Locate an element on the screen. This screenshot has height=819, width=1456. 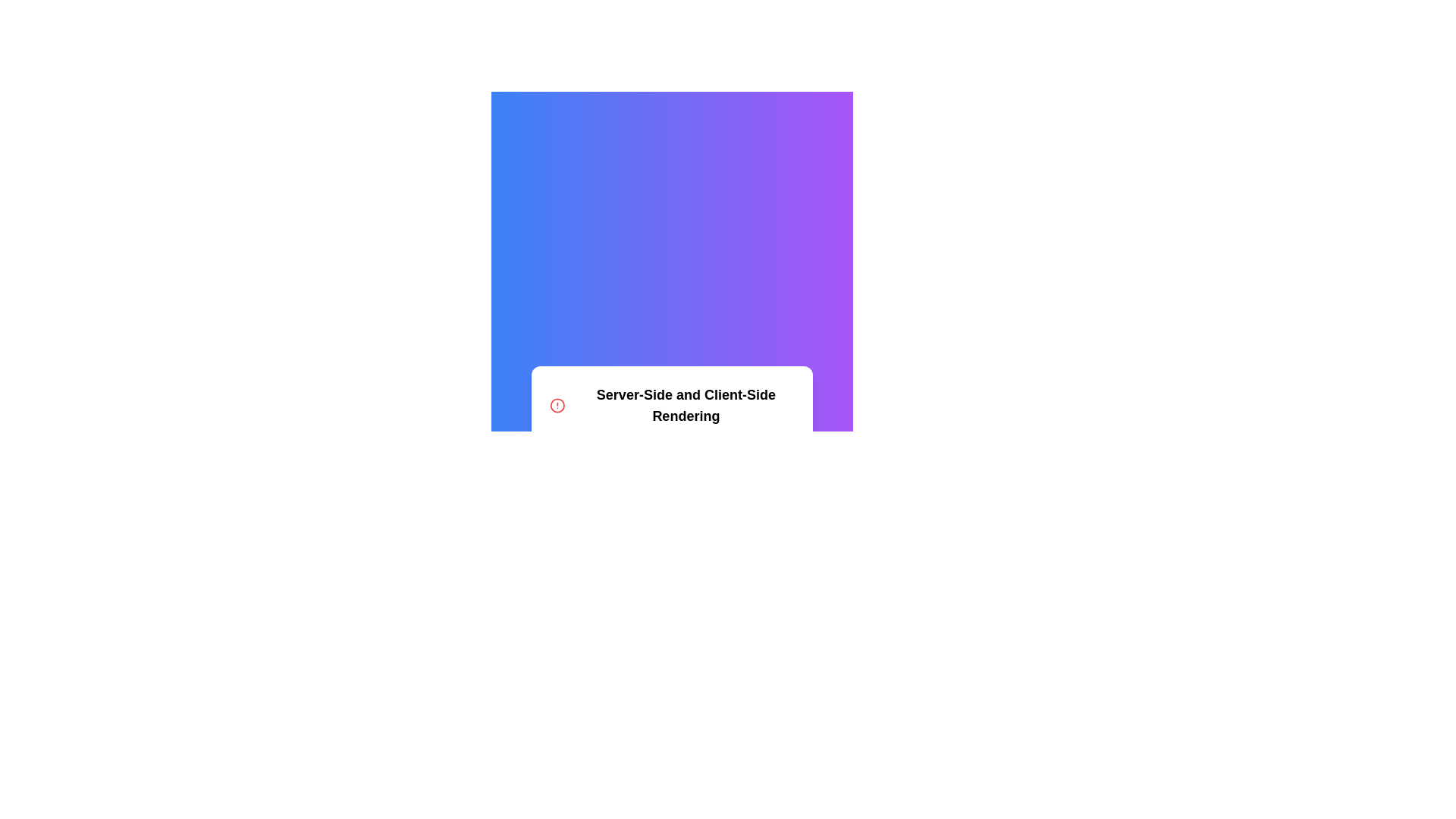
the alert icon located to the left of the text 'Server-Side and Client-Side Rendering.' is located at coordinates (557, 405).